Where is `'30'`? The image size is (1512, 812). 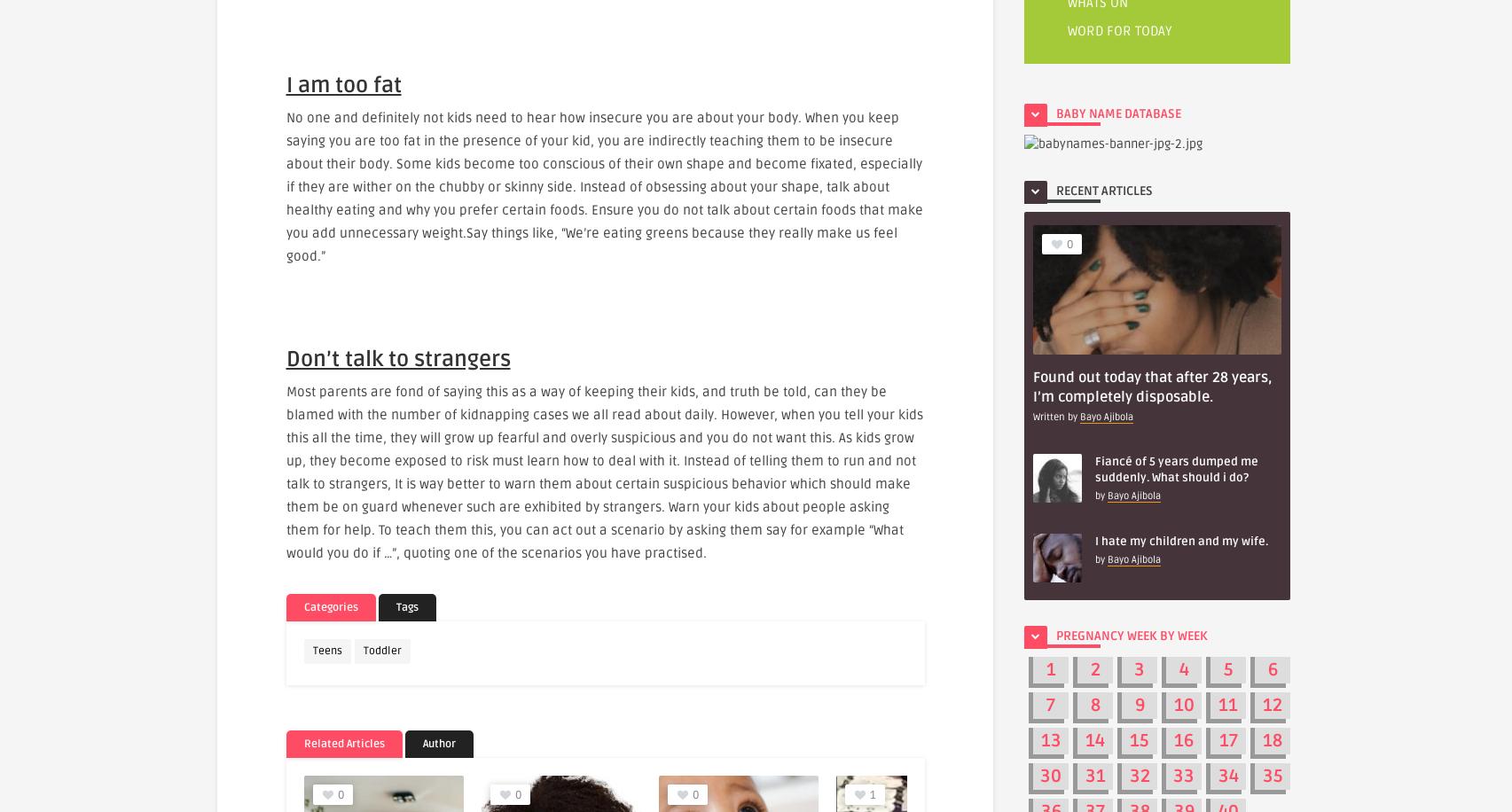
'30' is located at coordinates (1050, 775).